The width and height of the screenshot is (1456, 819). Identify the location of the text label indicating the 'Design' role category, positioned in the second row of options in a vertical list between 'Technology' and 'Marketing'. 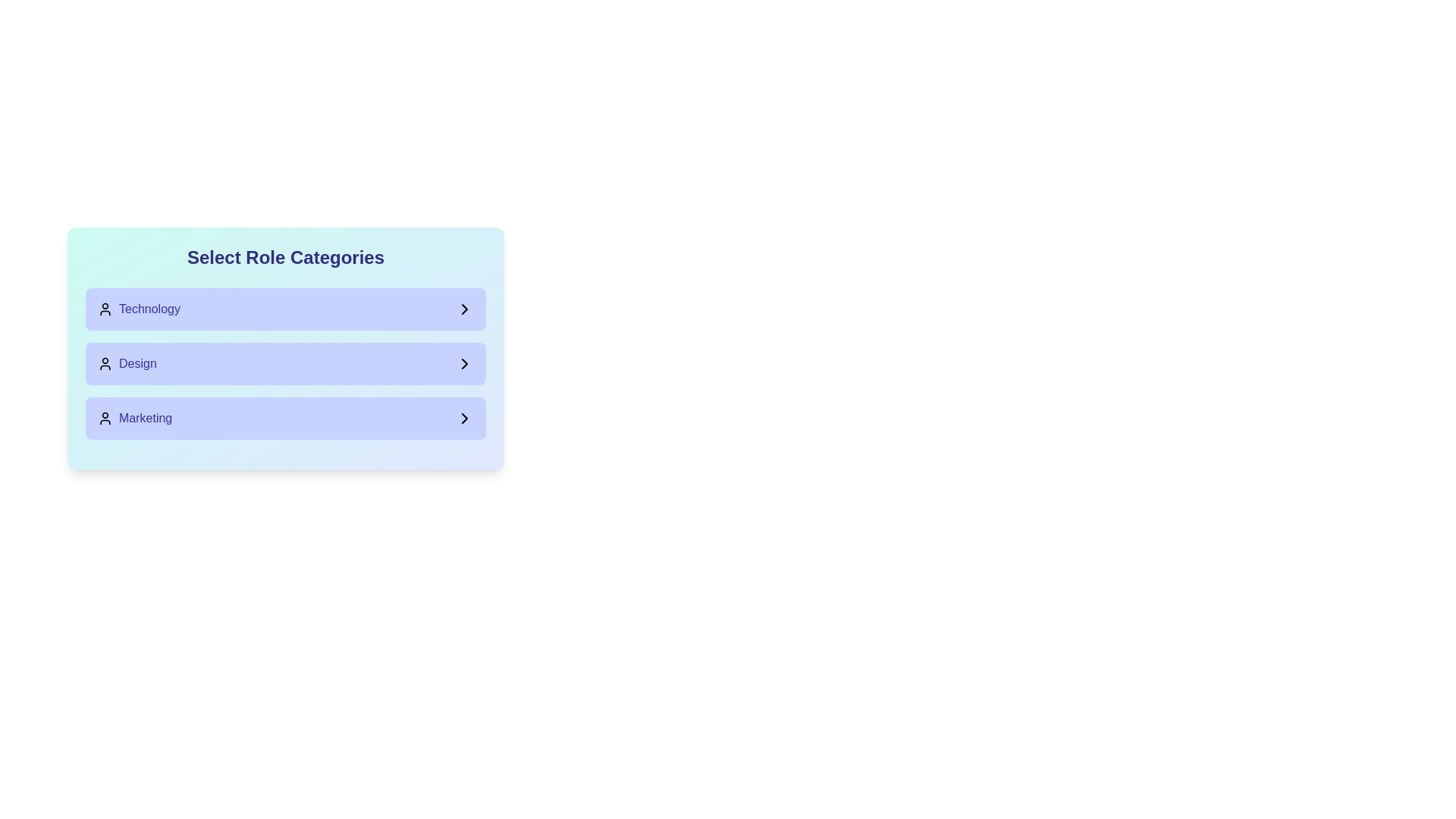
(127, 363).